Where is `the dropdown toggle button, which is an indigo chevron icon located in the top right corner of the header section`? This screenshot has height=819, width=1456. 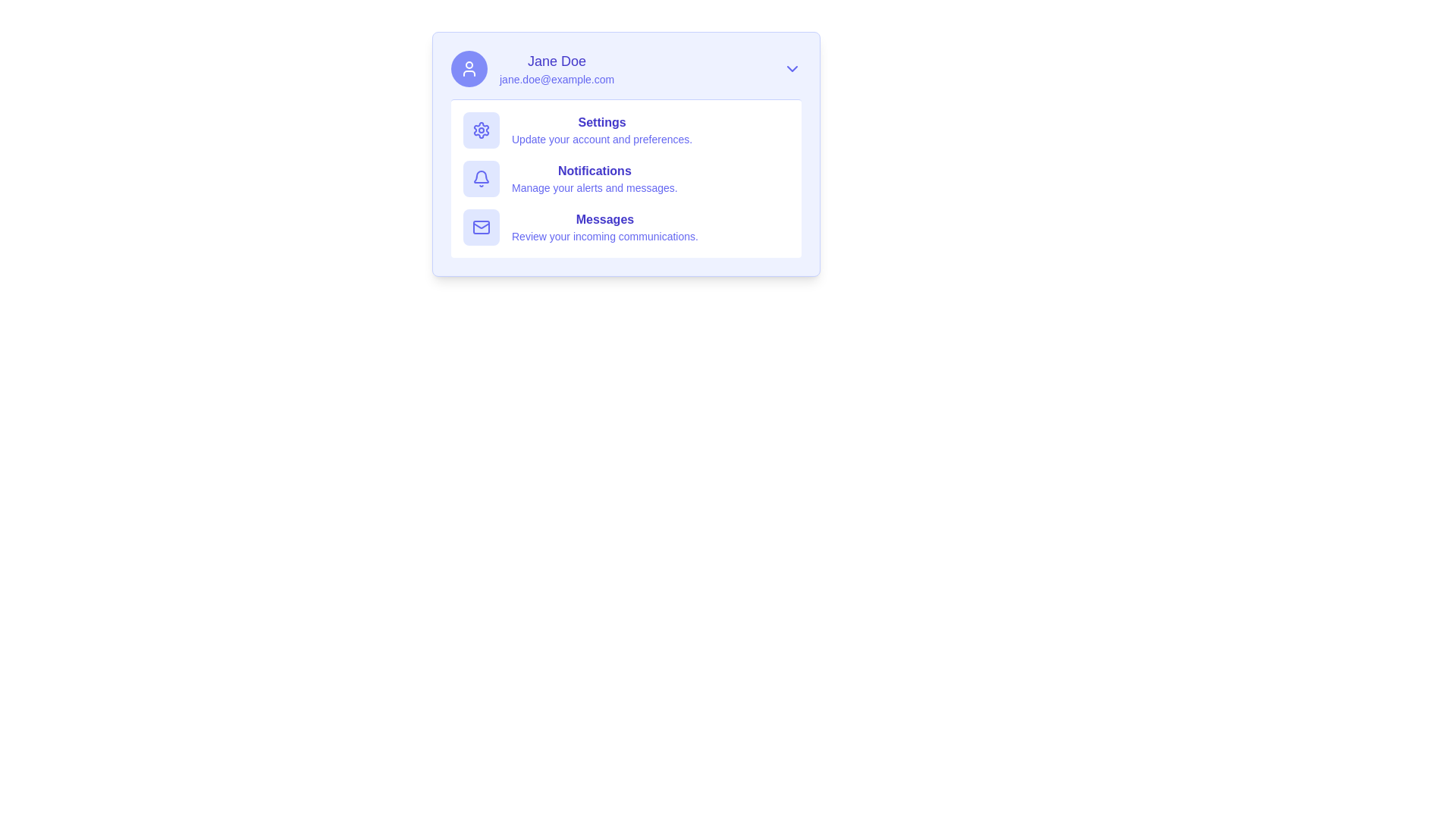 the dropdown toggle button, which is an indigo chevron icon located in the top right corner of the header section is located at coordinates (792, 69).